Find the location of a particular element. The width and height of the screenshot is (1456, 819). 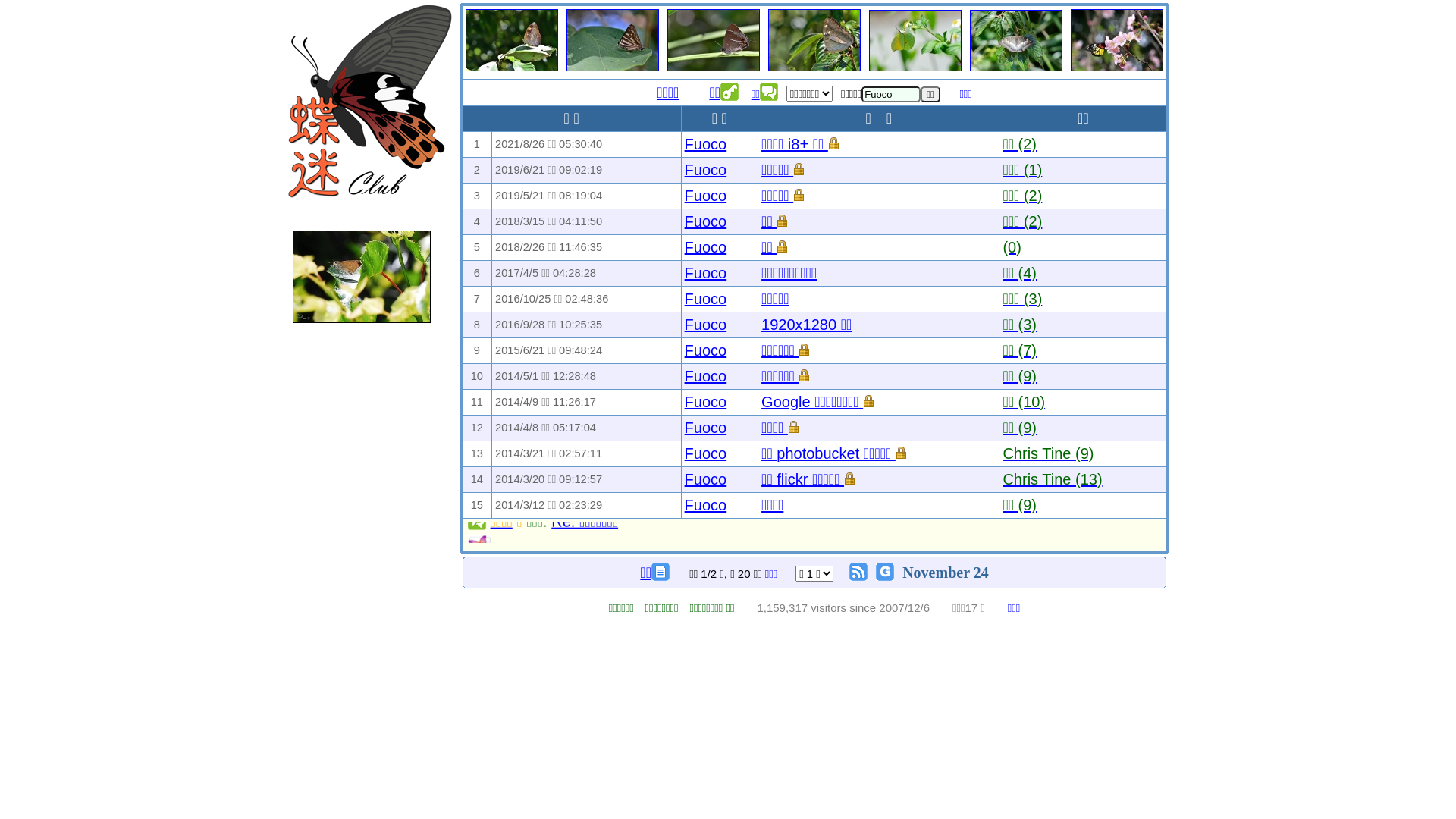

'(0)' is located at coordinates (1012, 246).